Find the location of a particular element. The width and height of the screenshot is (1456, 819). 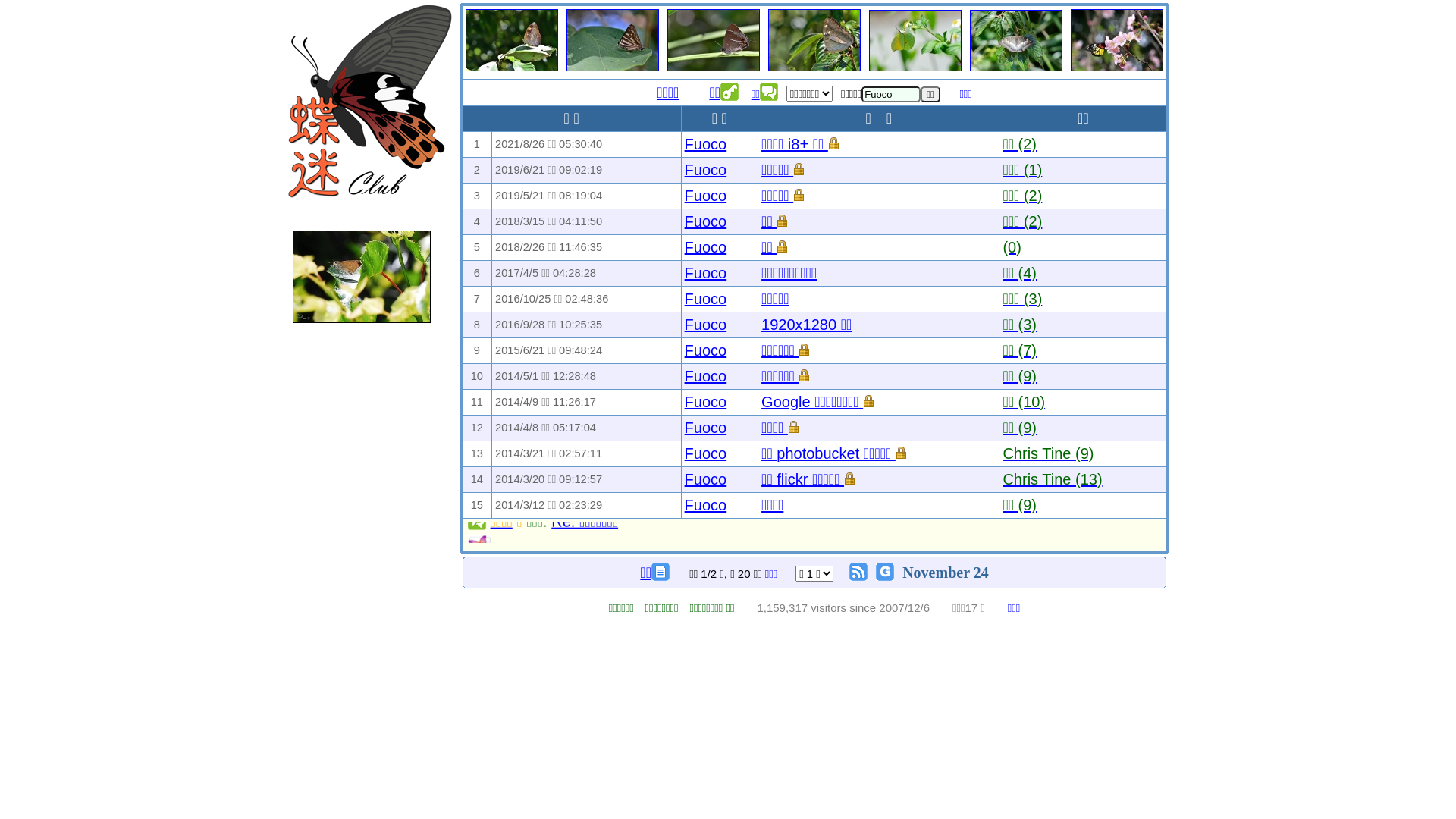

'(0)' is located at coordinates (1012, 246).